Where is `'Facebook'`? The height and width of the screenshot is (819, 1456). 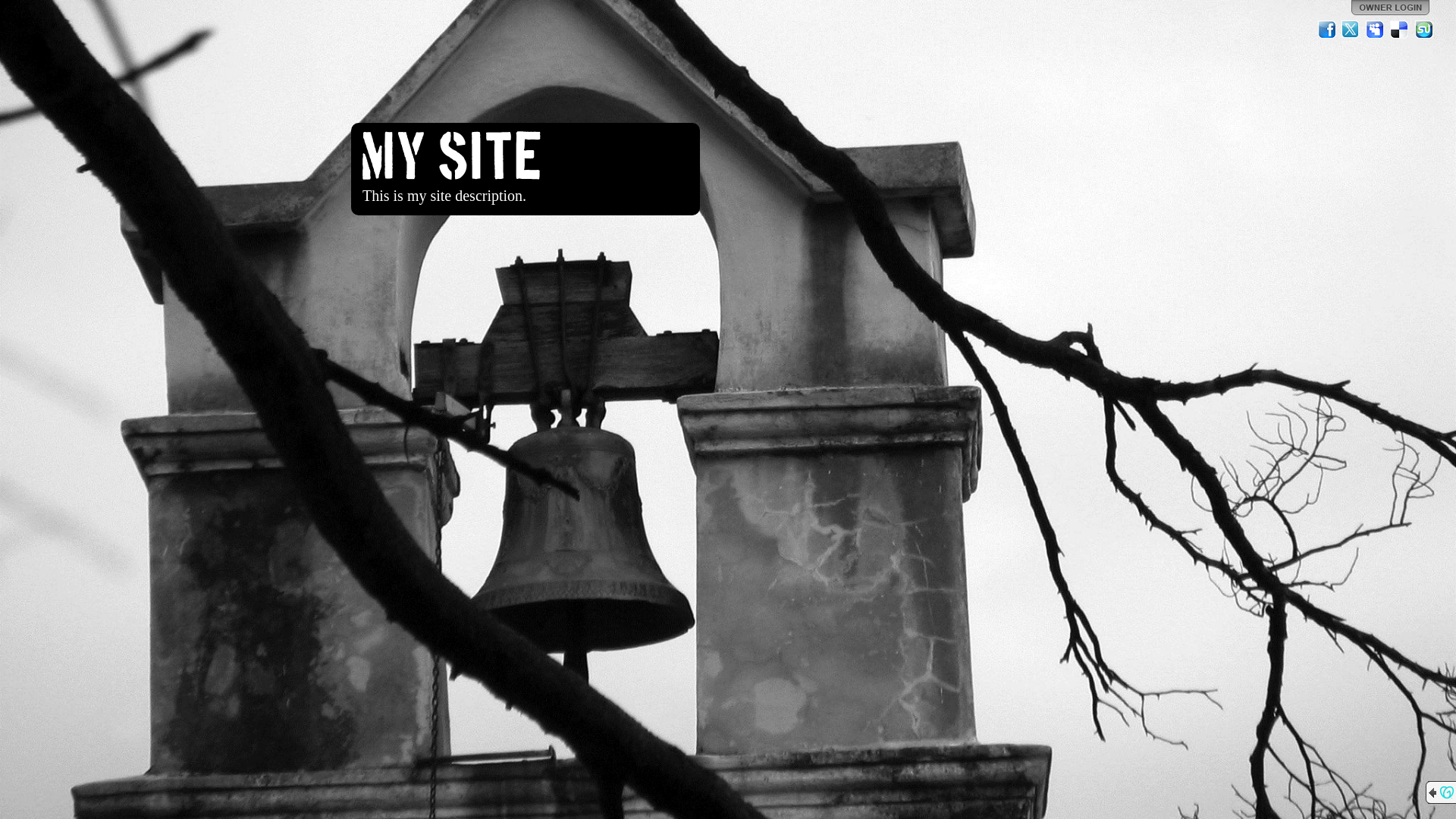 'Facebook' is located at coordinates (1316, 29).